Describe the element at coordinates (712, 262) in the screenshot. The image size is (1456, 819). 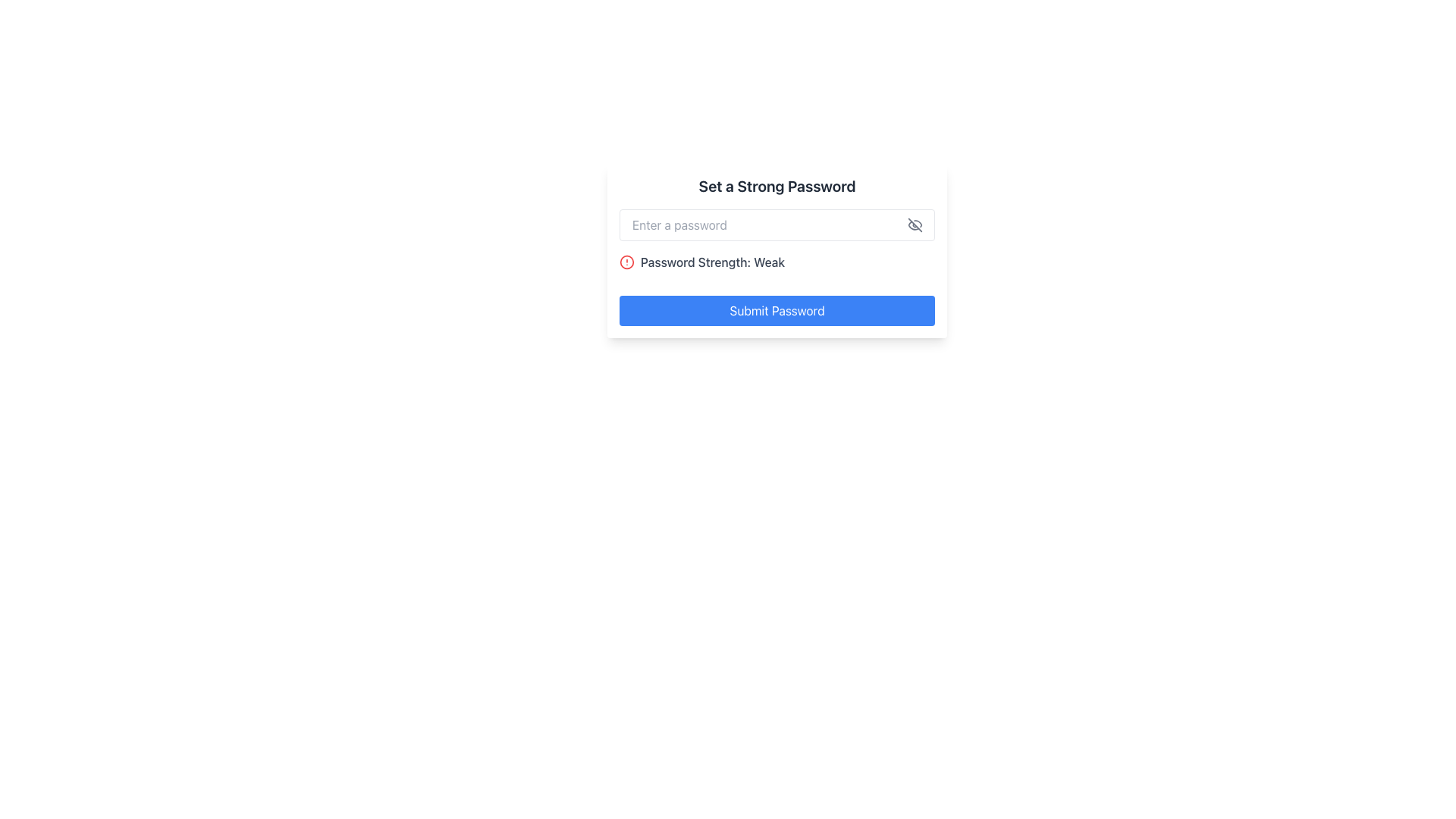
I see `the text label that reads 'Password Strength: Weak'` at that location.